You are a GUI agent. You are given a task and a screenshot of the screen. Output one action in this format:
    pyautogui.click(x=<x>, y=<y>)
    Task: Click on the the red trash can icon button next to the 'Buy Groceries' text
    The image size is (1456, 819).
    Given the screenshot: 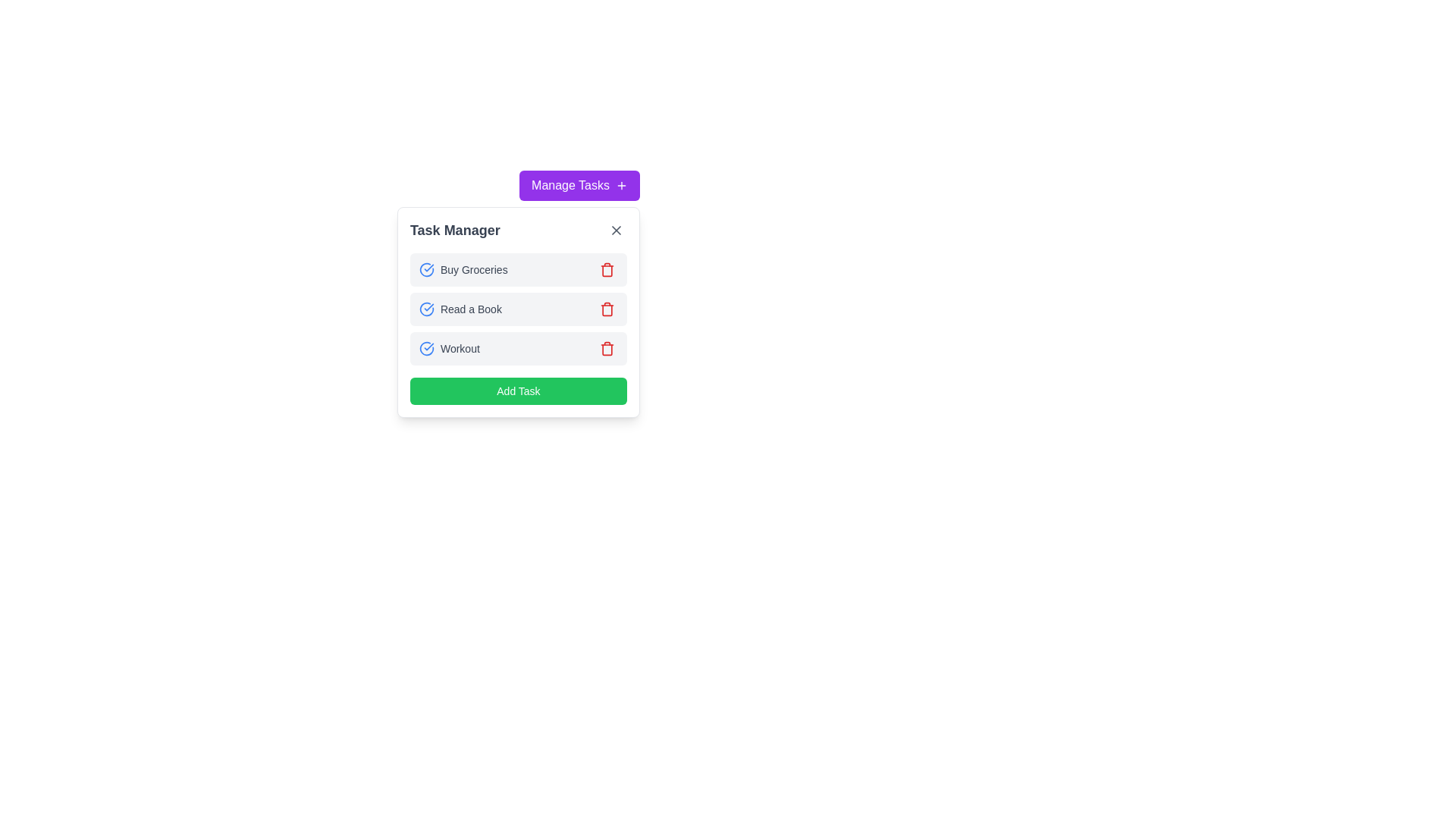 What is the action you would take?
    pyautogui.click(x=607, y=268)
    